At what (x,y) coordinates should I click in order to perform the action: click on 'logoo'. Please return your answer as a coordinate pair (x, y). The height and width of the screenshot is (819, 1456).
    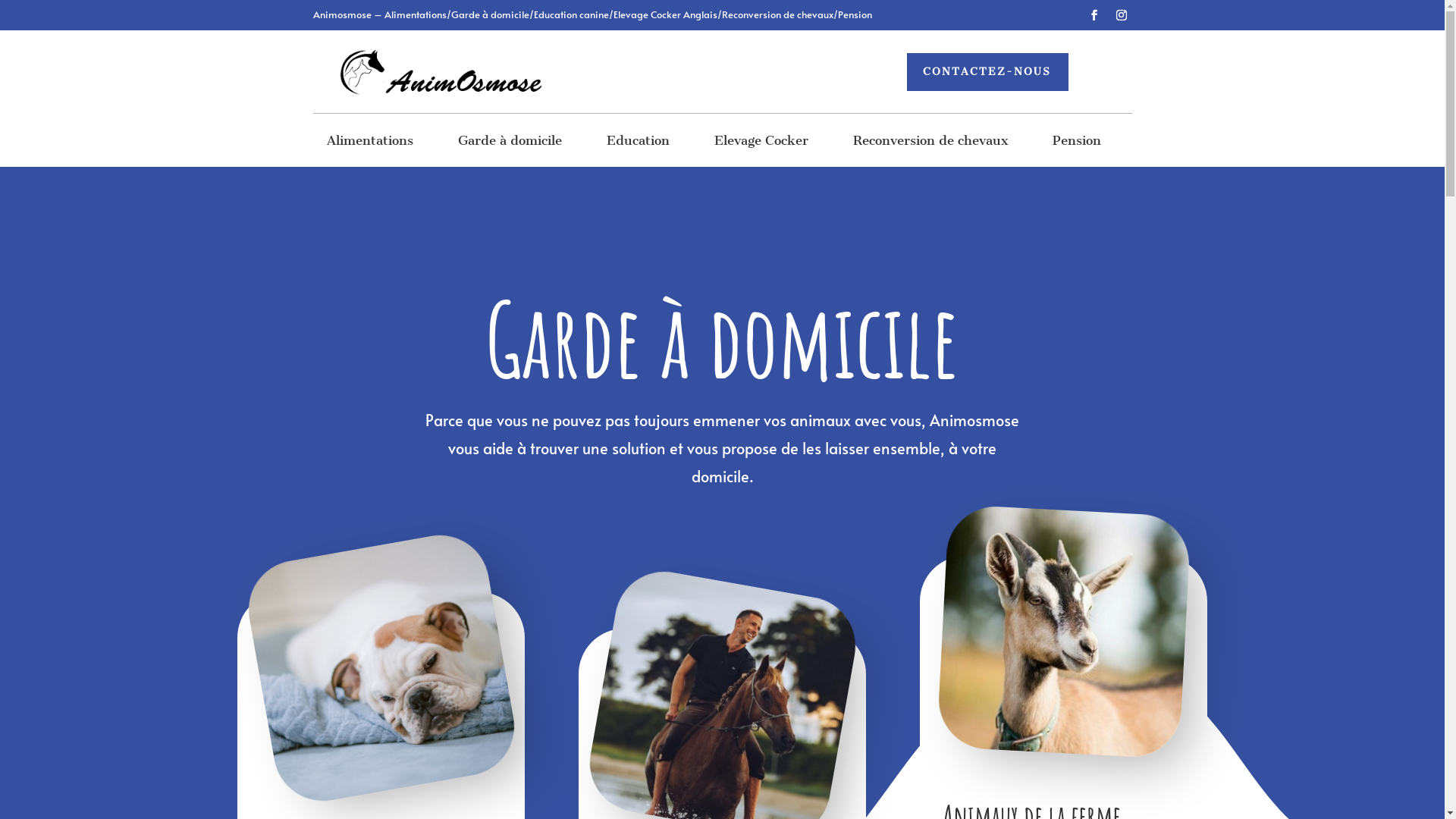
    Looking at the image, I should click on (438, 72).